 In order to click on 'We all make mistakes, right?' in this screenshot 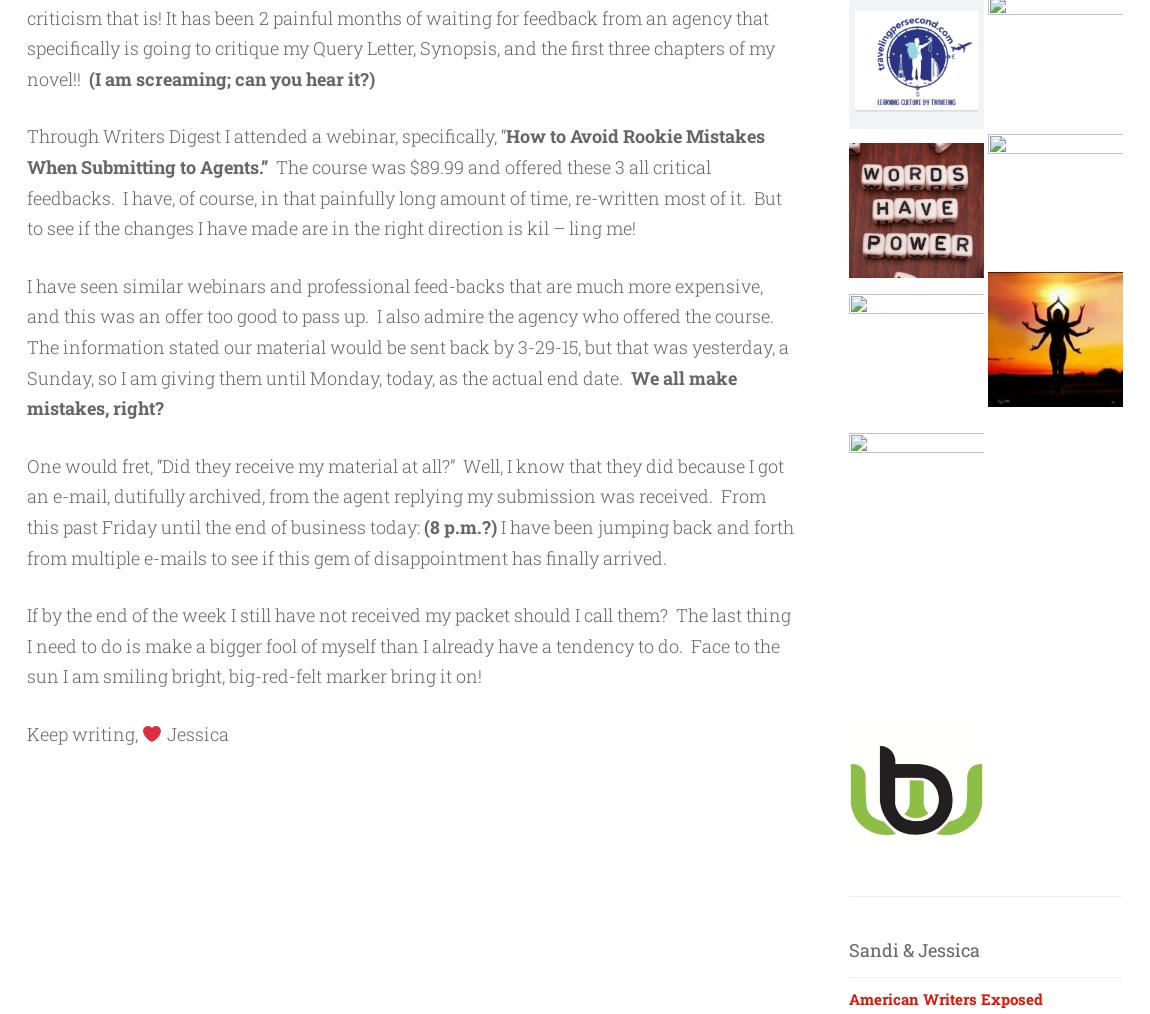, I will do `click(382, 391)`.